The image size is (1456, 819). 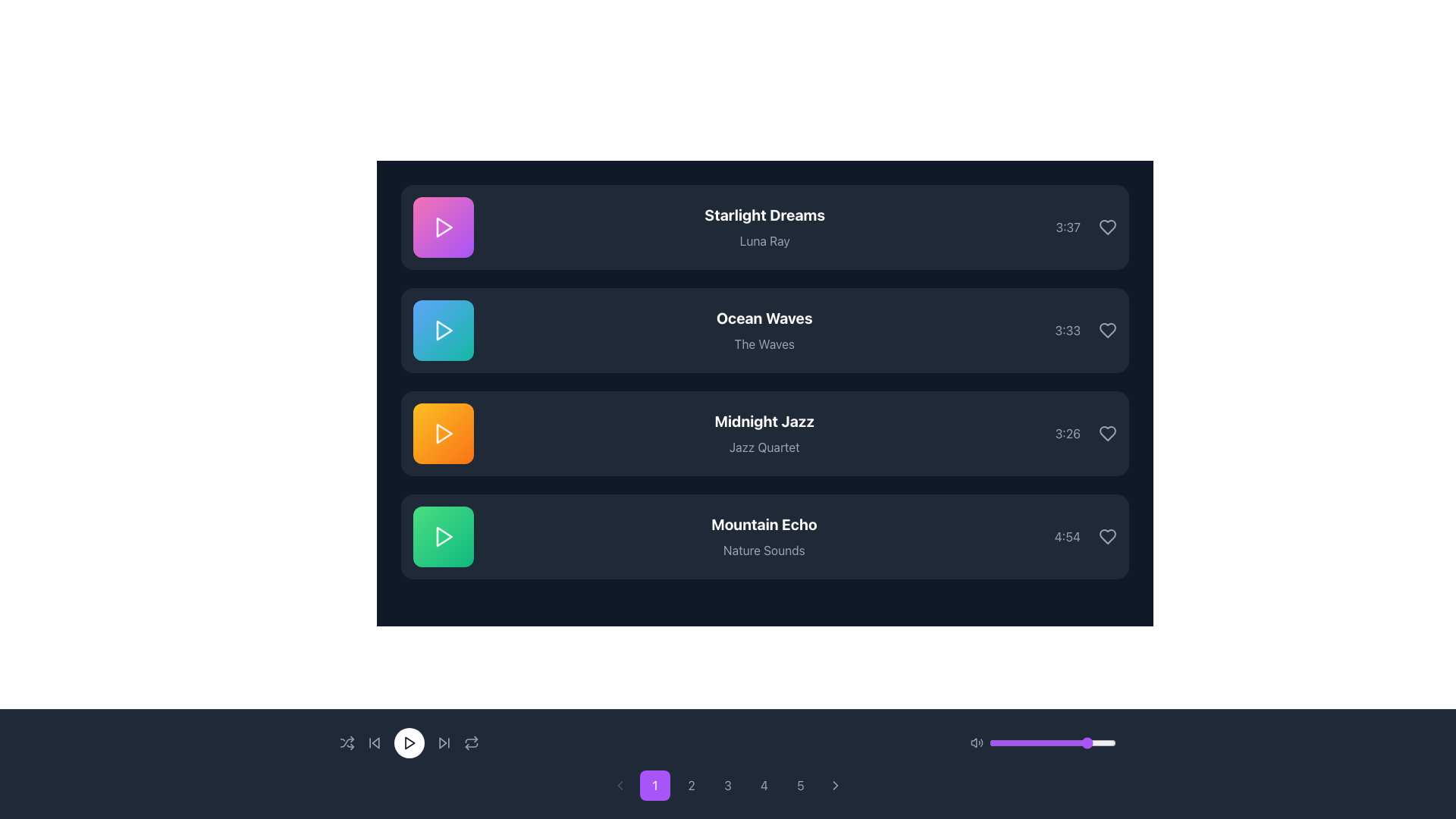 I want to click on the heart icon button located at the far-right end of the song row for 'Ocean Waves' by 'The Waves', so click(x=1107, y=329).